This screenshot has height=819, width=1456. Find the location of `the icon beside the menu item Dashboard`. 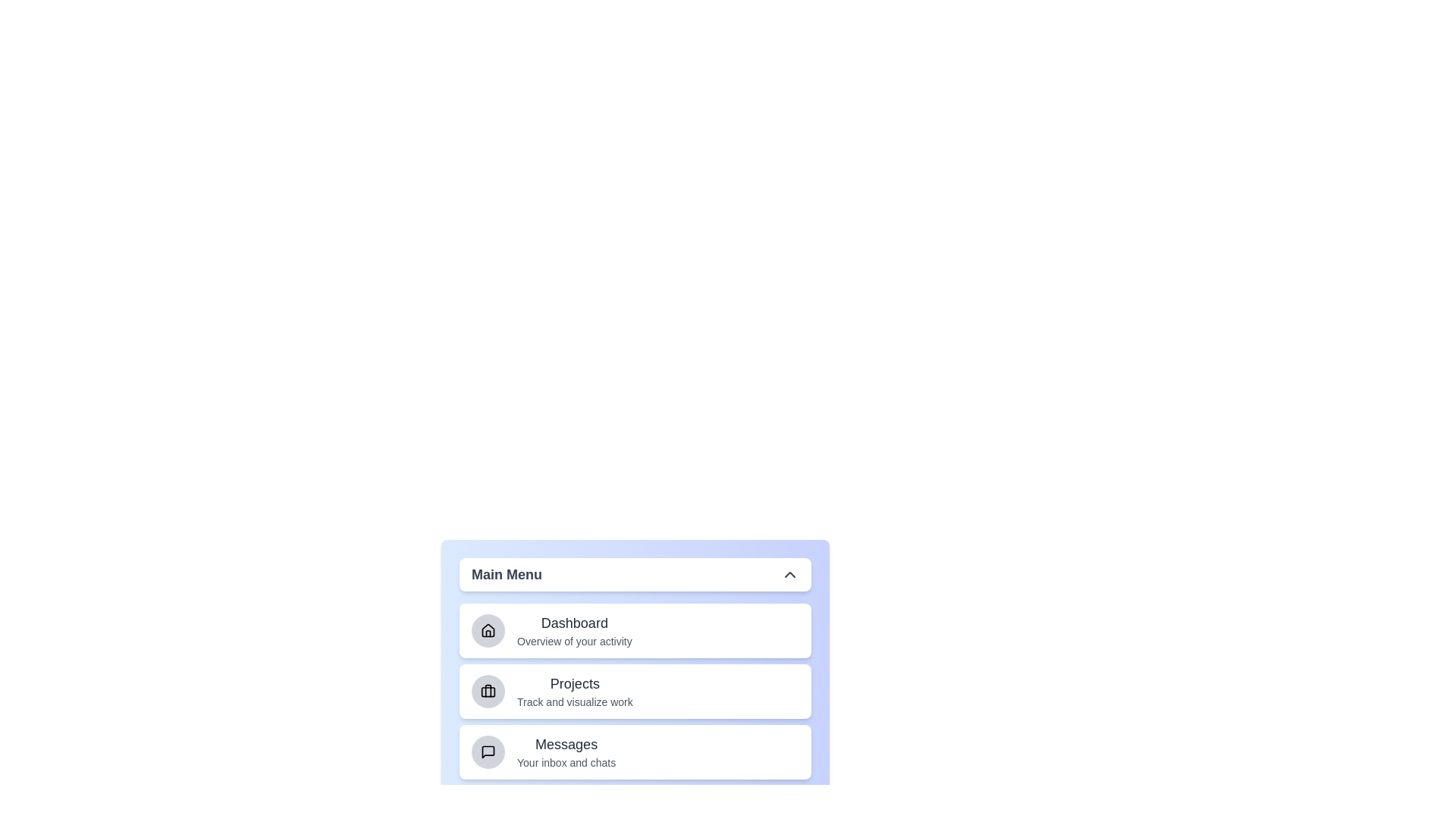

the icon beside the menu item Dashboard is located at coordinates (488, 631).